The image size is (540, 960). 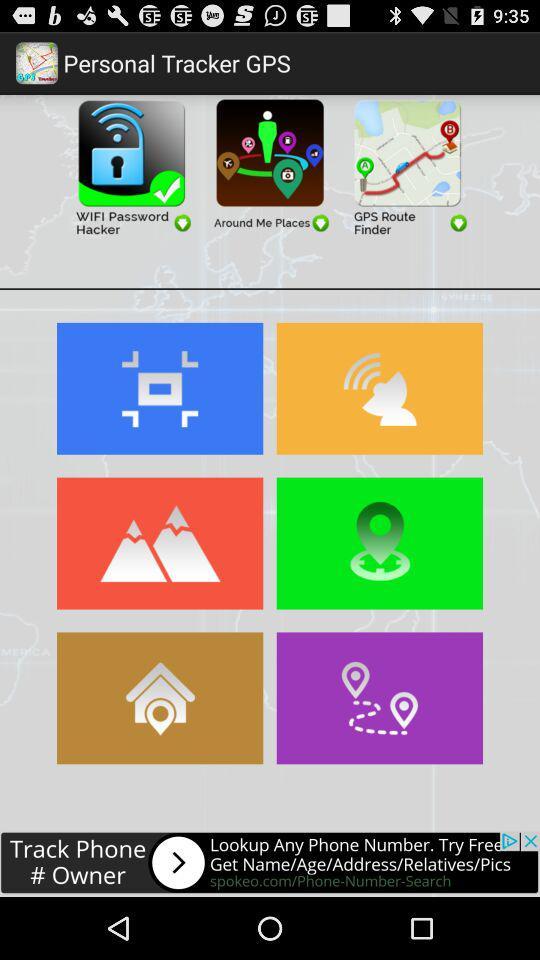 I want to click on the widget, so click(x=406, y=164).